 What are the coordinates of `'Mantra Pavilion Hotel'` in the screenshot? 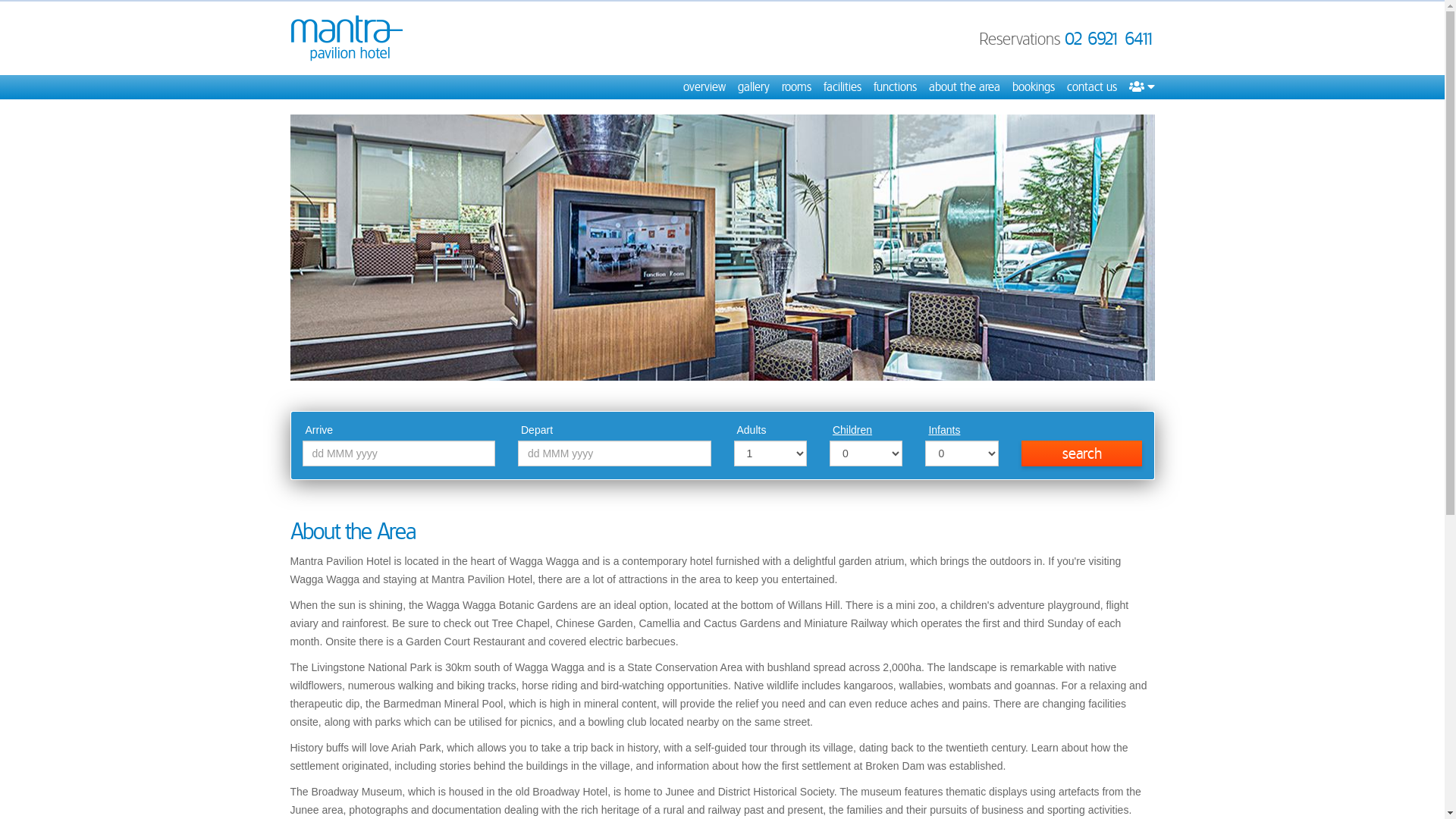 It's located at (345, 36).